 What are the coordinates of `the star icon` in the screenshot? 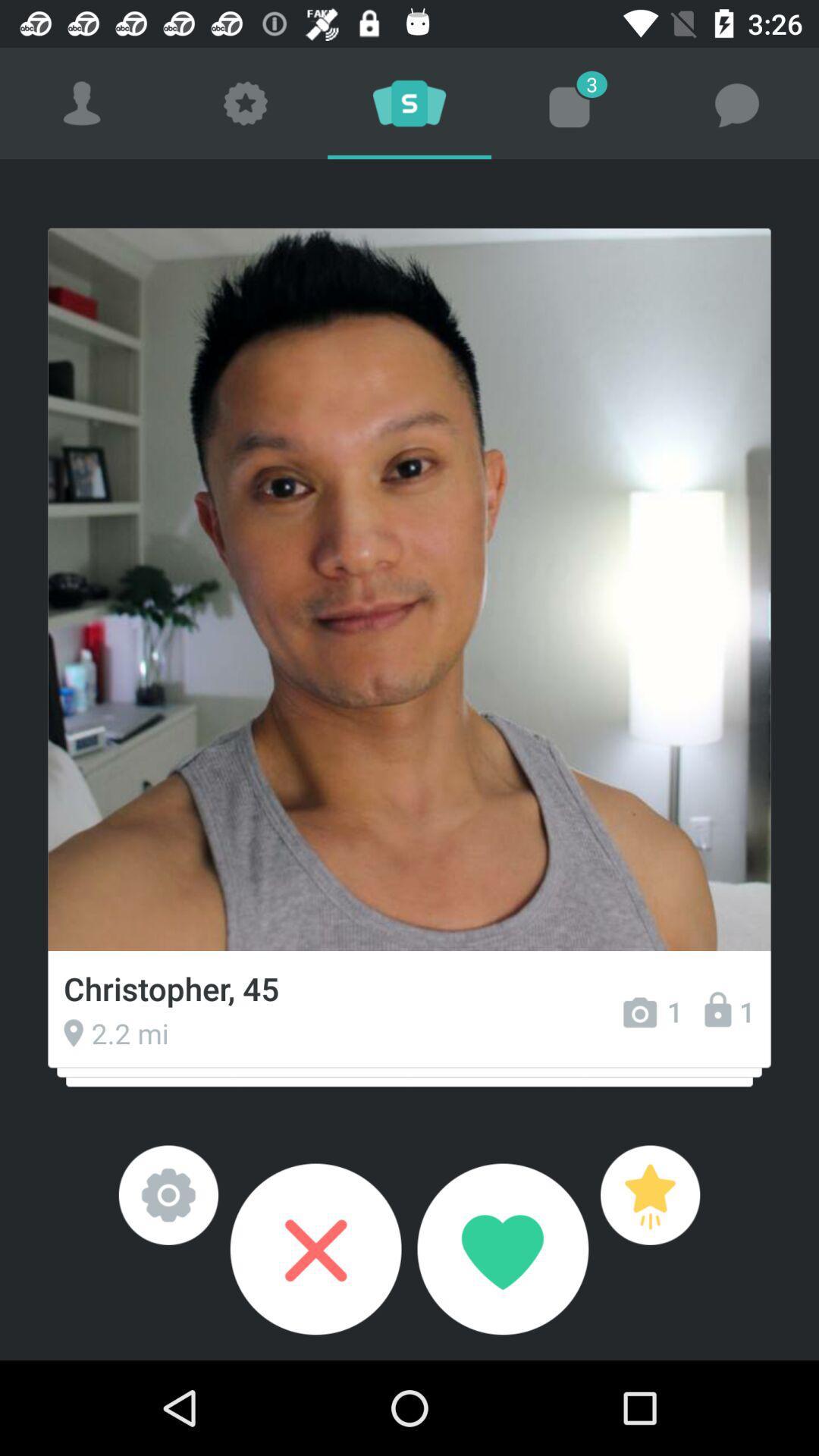 It's located at (649, 1194).